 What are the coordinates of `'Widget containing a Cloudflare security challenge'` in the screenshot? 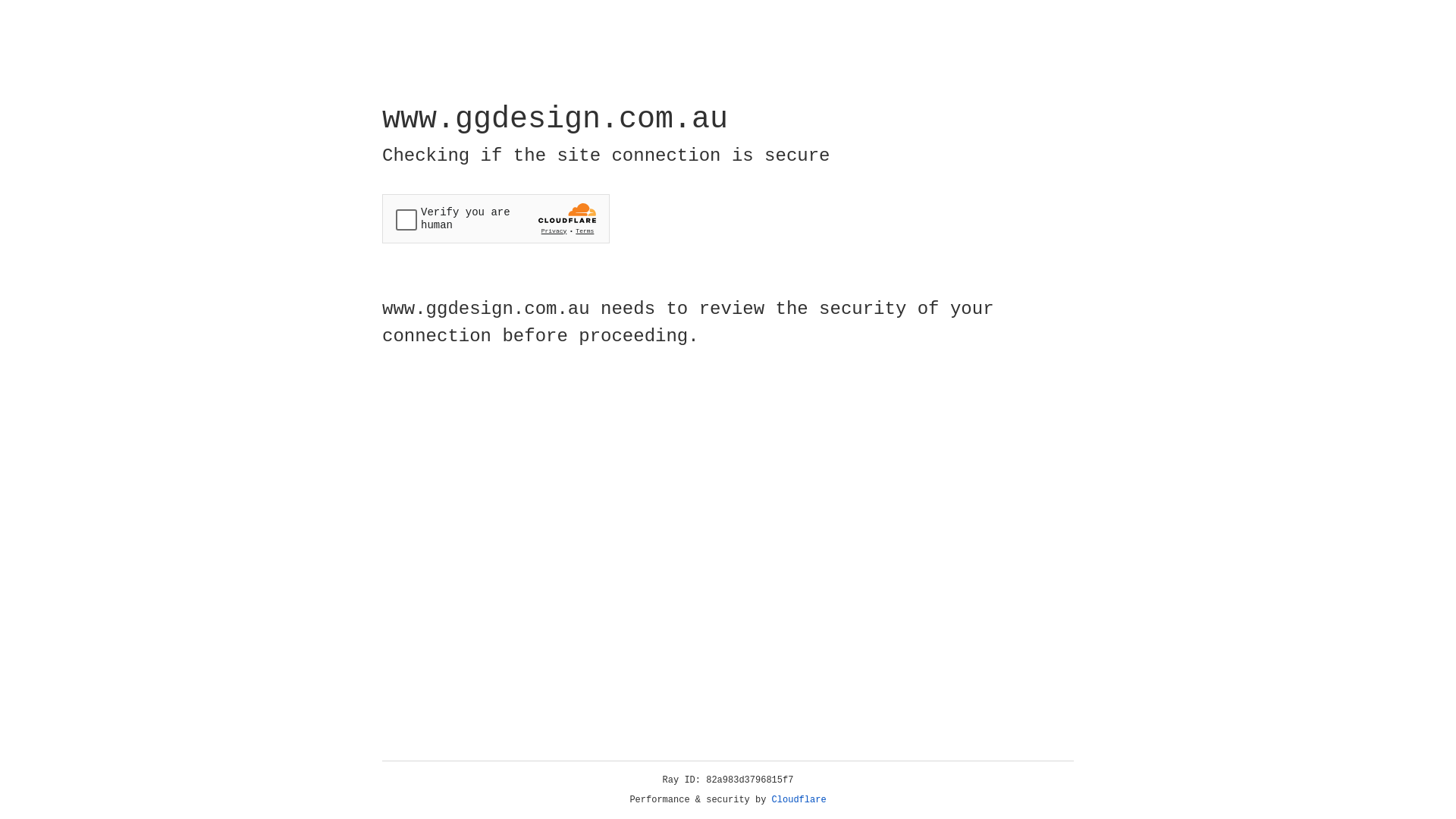 It's located at (495, 218).